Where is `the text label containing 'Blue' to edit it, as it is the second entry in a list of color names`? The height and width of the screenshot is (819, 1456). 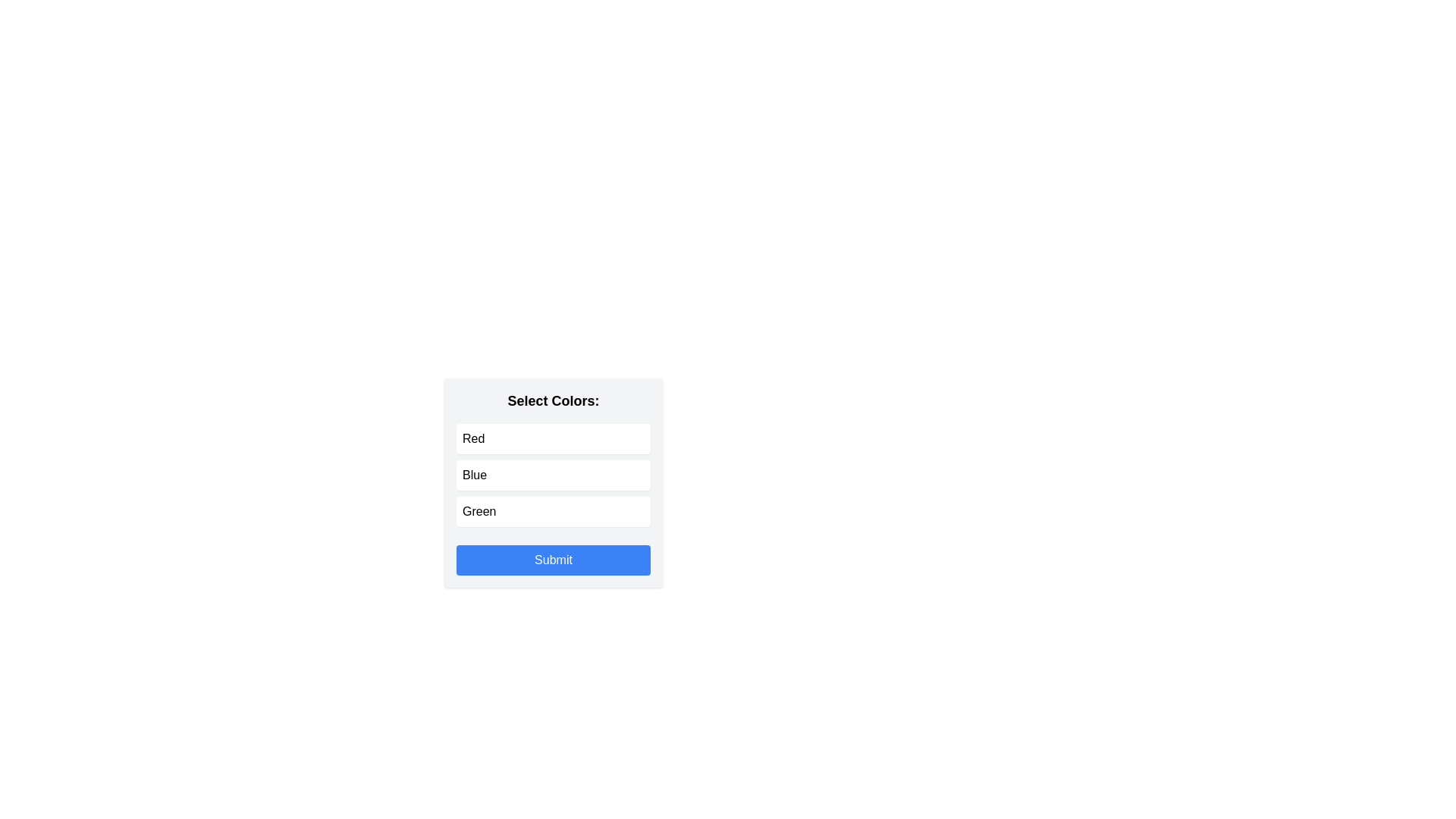 the text label containing 'Blue' to edit it, as it is the second entry in a list of color names is located at coordinates (473, 475).